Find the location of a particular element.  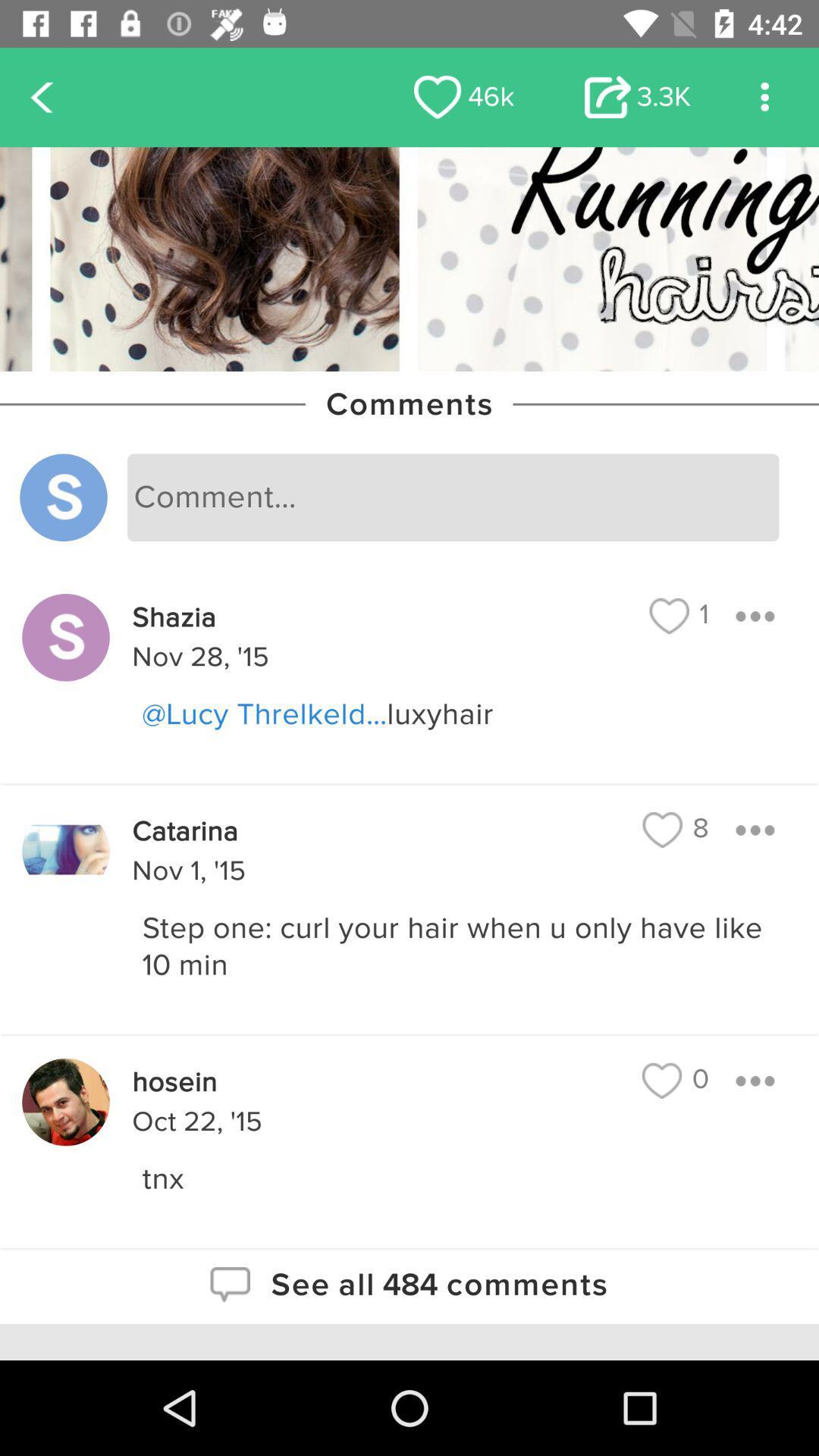

input your comment is located at coordinates (452, 497).